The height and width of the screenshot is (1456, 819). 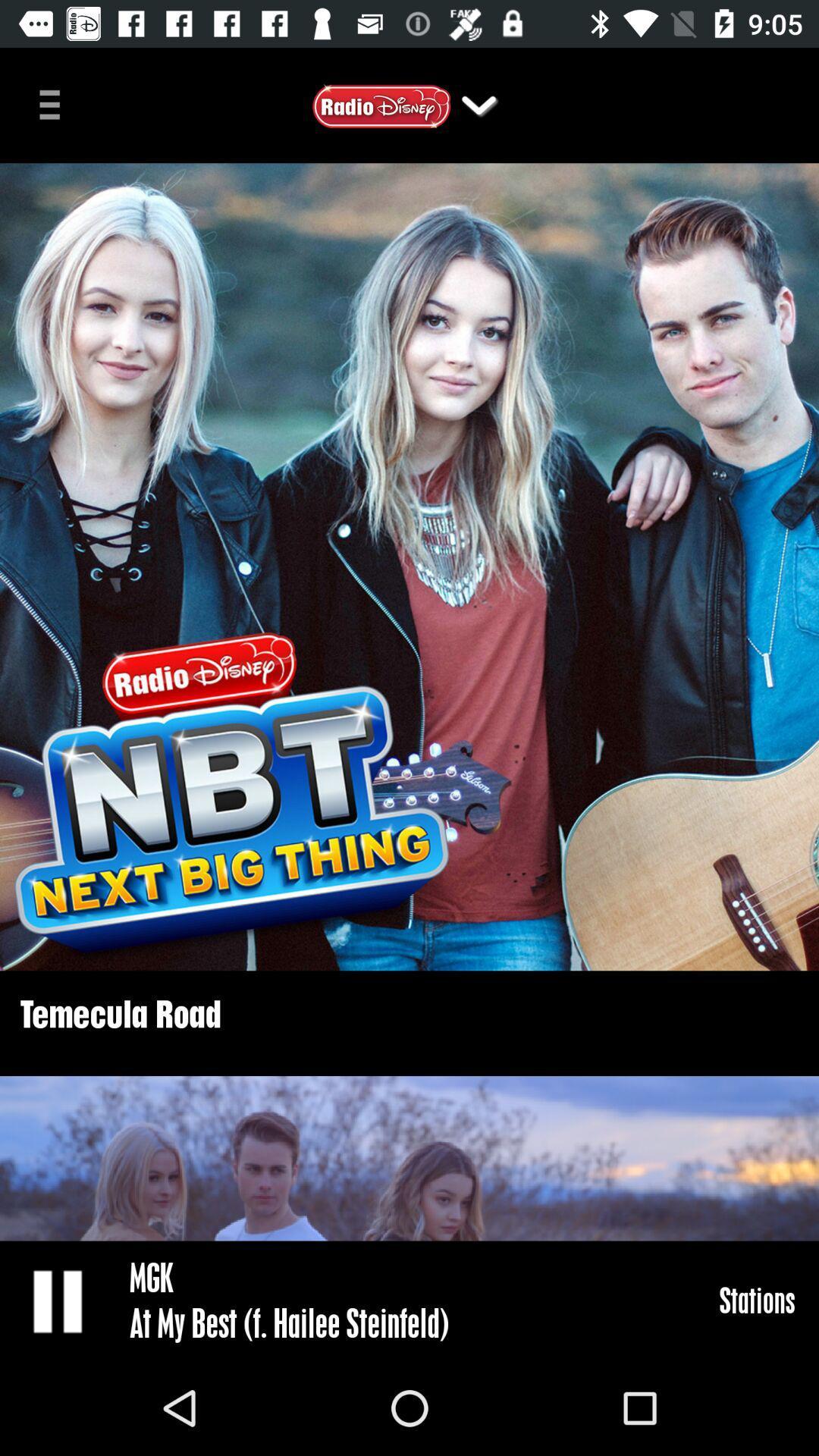 I want to click on stations, so click(x=757, y=1299).